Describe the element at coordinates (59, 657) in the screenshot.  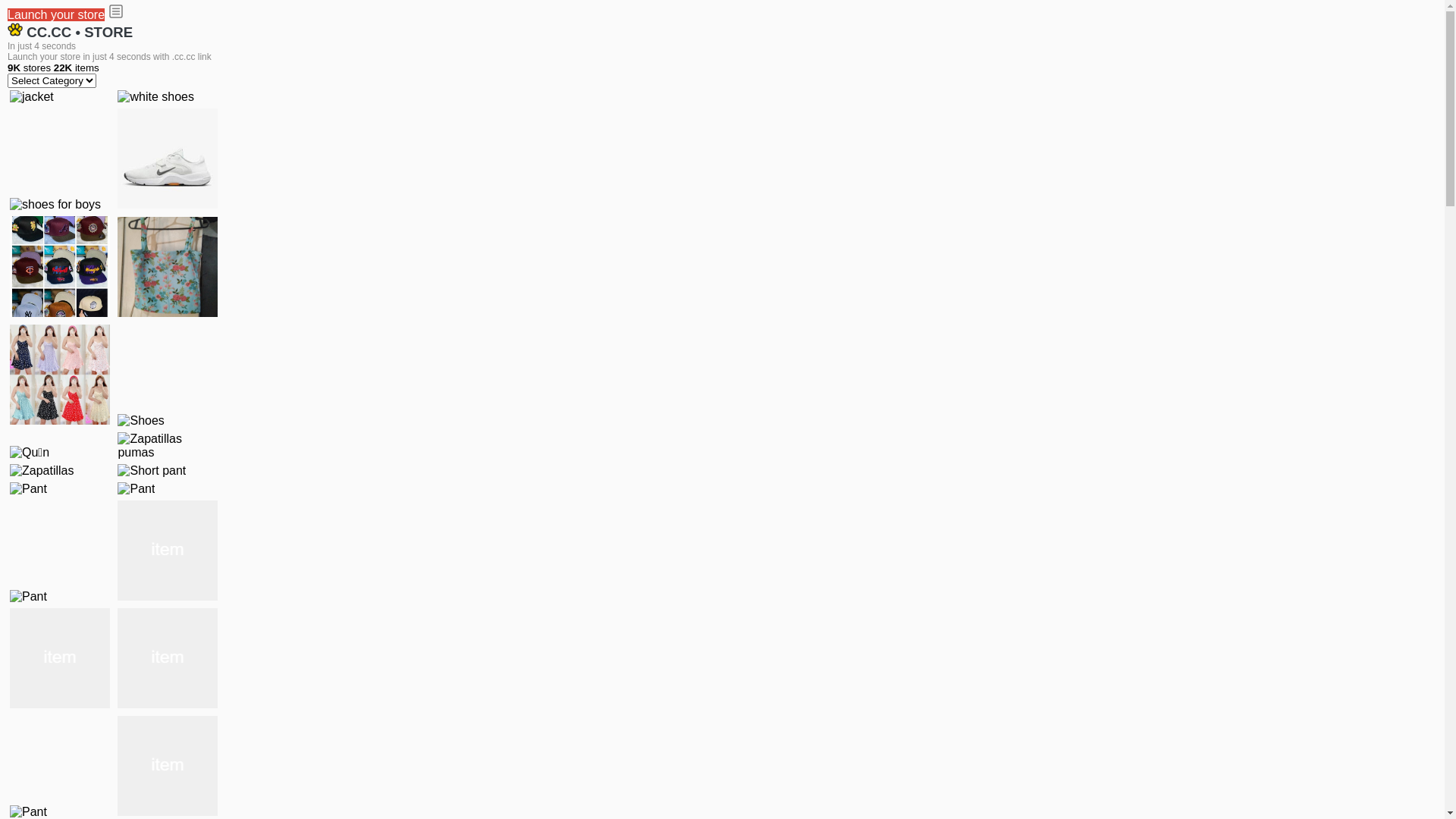
I see `'Pant'` at that location.